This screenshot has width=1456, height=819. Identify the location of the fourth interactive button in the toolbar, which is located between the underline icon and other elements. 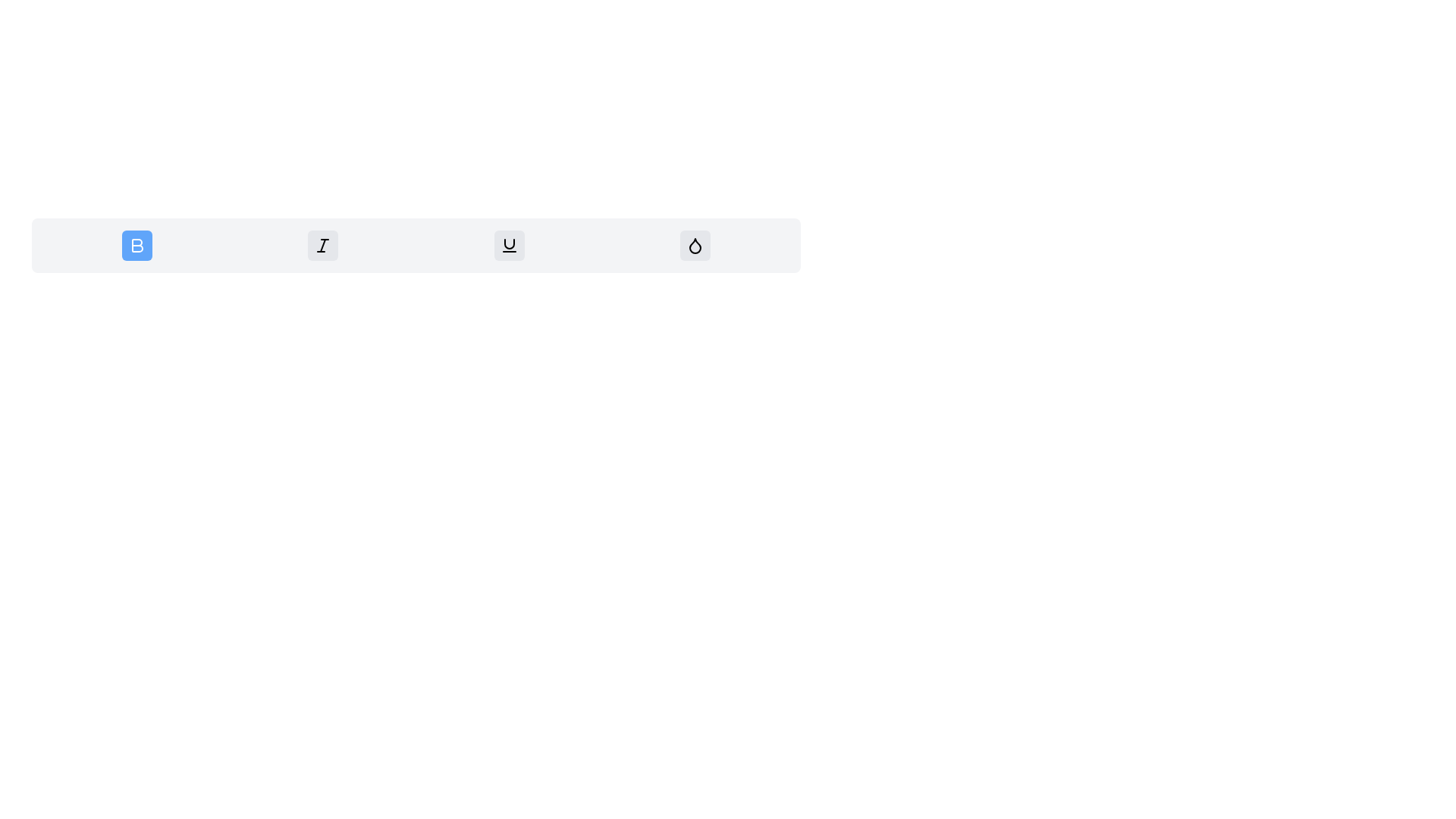
(695, 245).